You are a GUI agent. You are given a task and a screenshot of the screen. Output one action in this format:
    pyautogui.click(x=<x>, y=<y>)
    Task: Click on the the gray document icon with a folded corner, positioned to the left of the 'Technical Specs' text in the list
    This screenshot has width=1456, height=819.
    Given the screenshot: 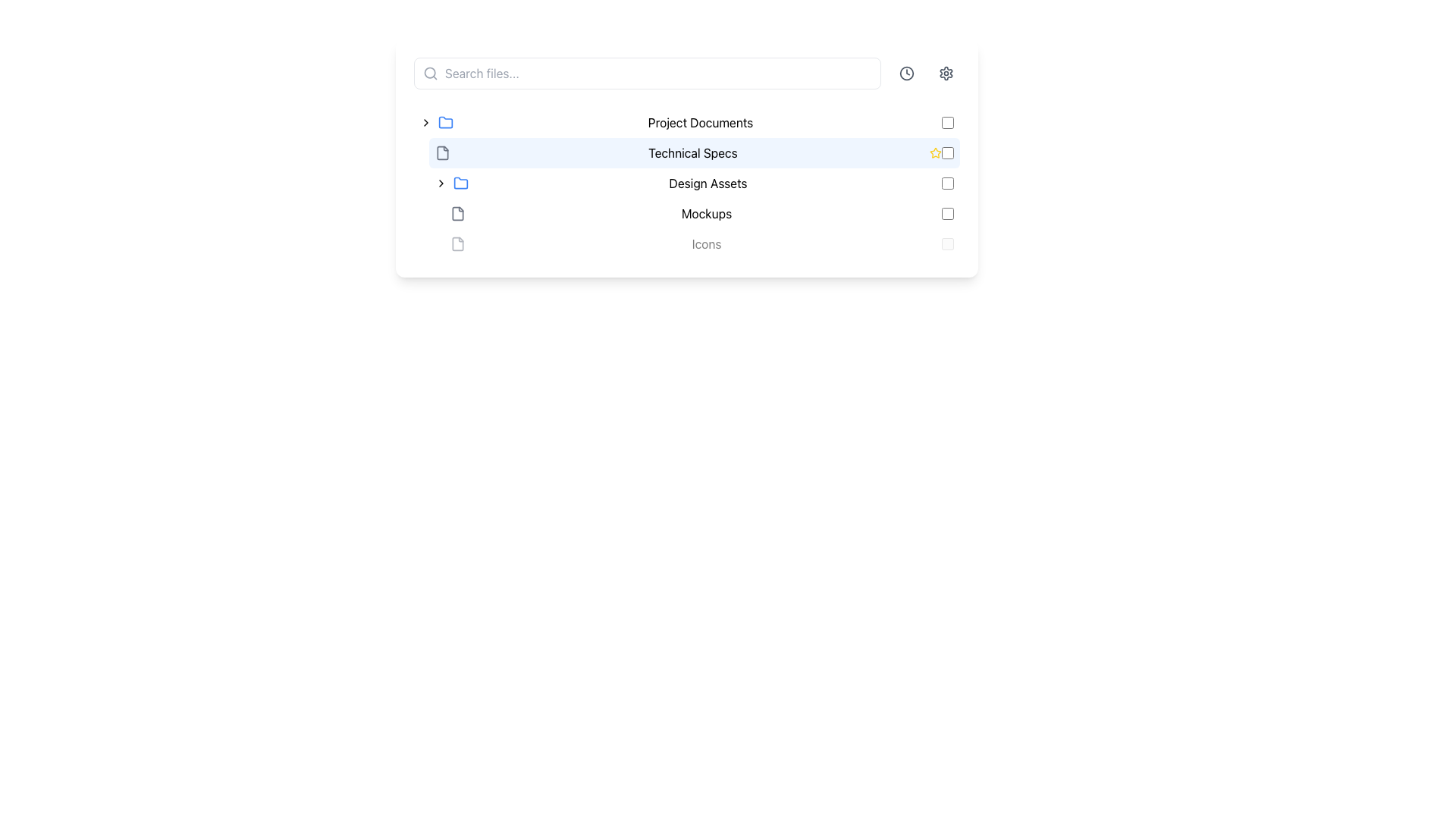 What is the action you would take?
    pyautogui.click(x=442, y=152)
    